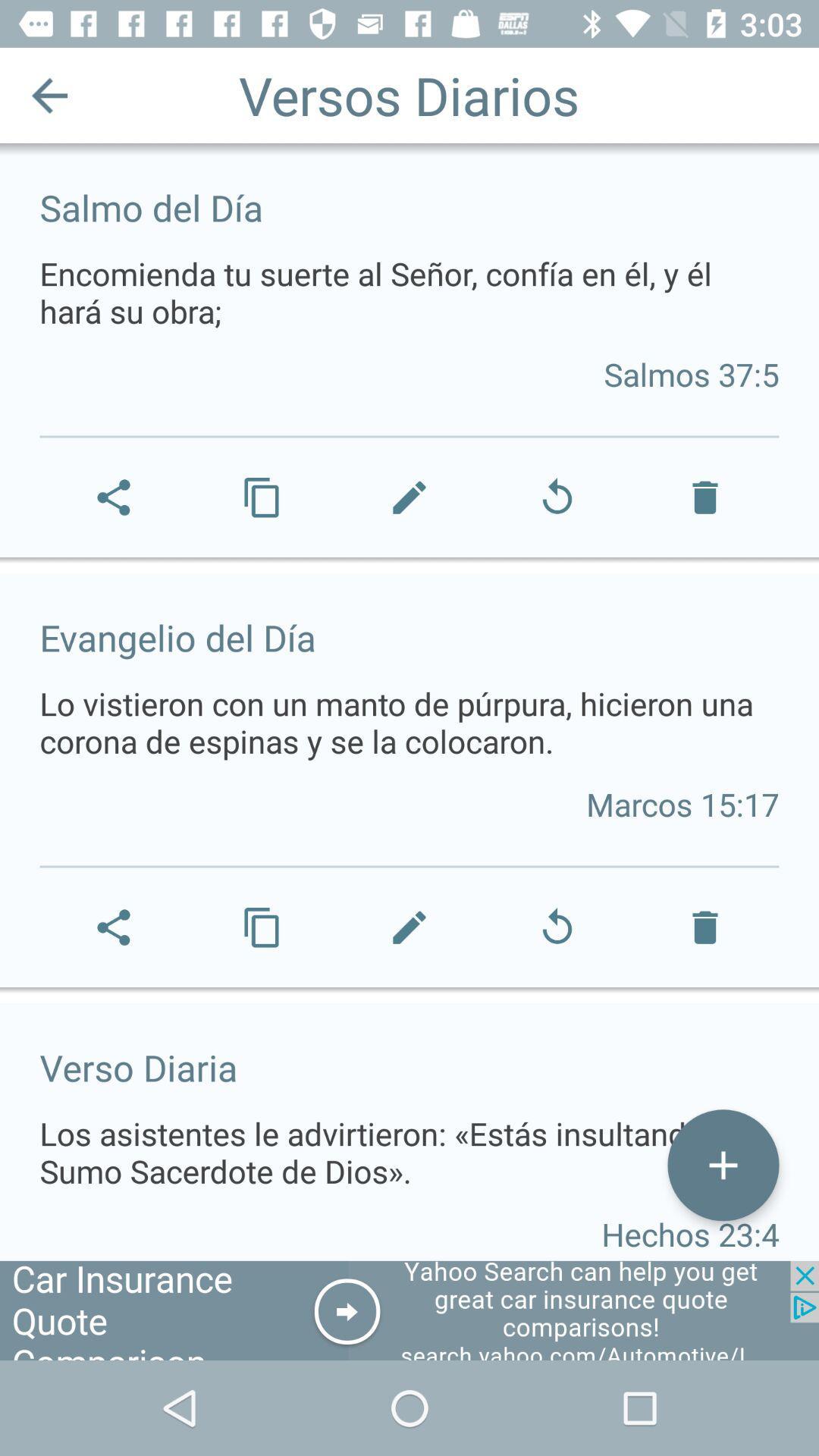  I want to click on icon next to the versos diarios icon, so click(49, 94).